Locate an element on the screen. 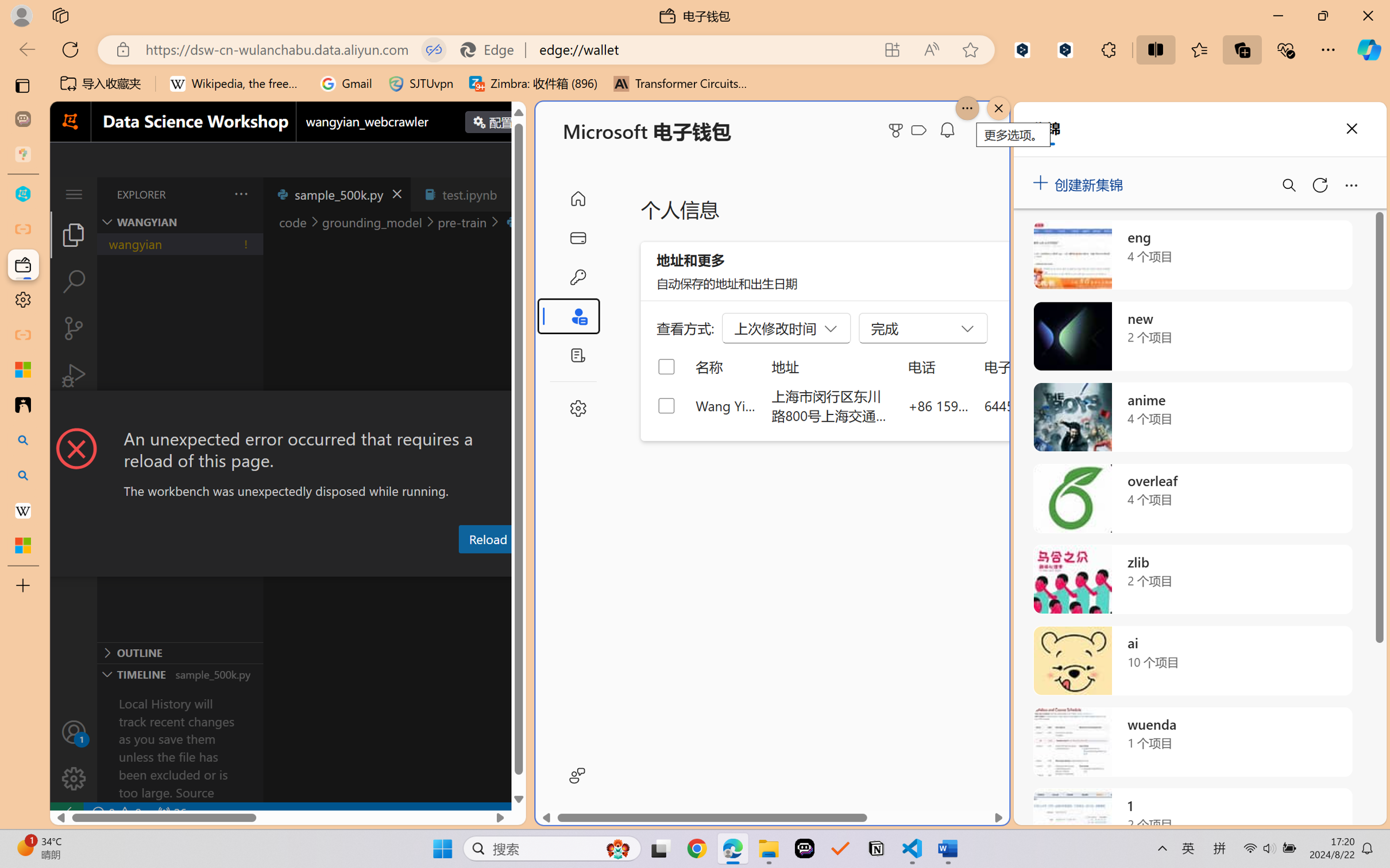  'Debug Console (Ctrl+Shift+Y)' is located at coordinates (464, 566).